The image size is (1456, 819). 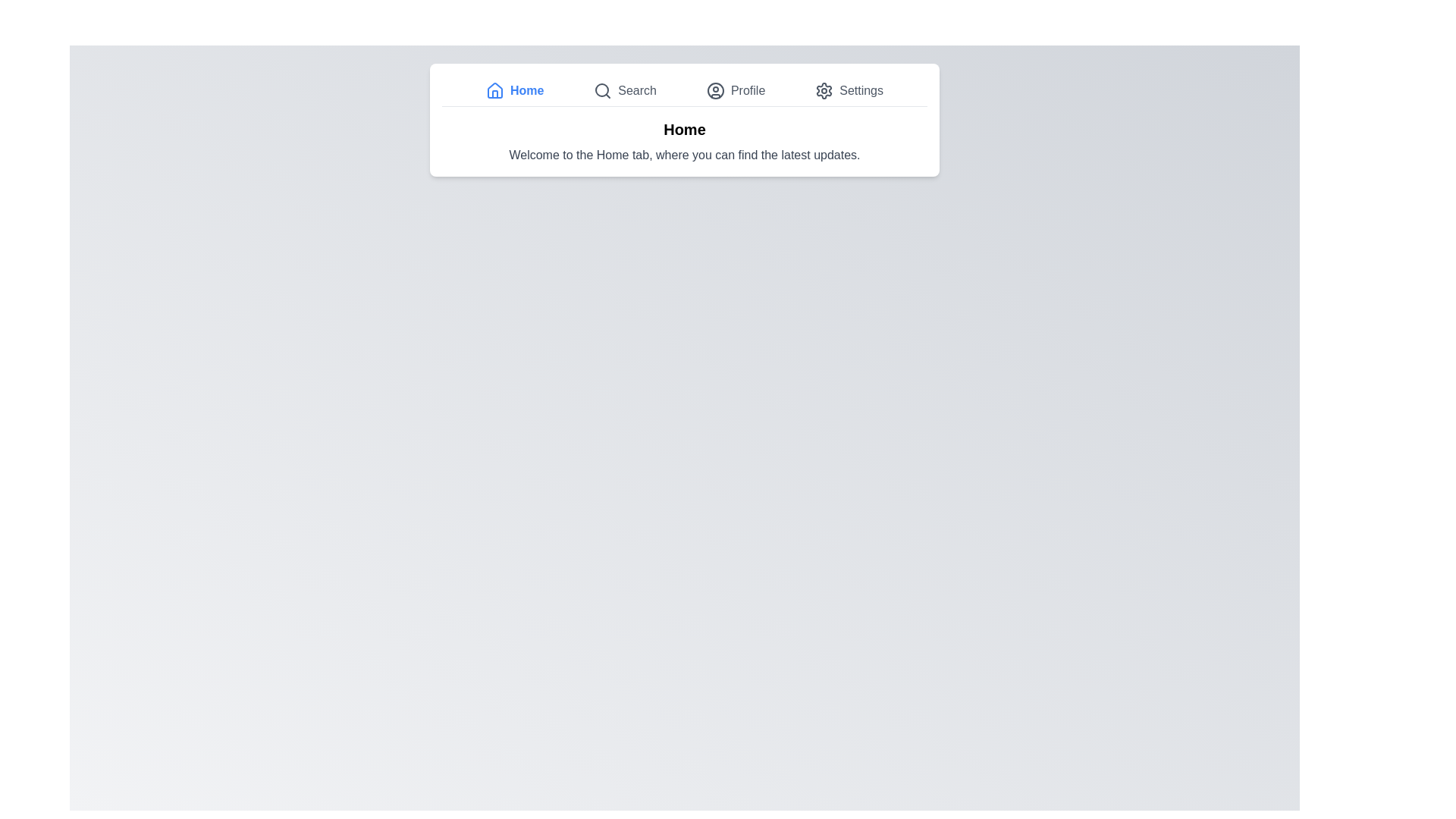 What do you see at coordinates (515, 90) in the screenshot?
I see `the 'Home' button, which features a blue house icon and bold blue text` at bounding box center [515, 90].